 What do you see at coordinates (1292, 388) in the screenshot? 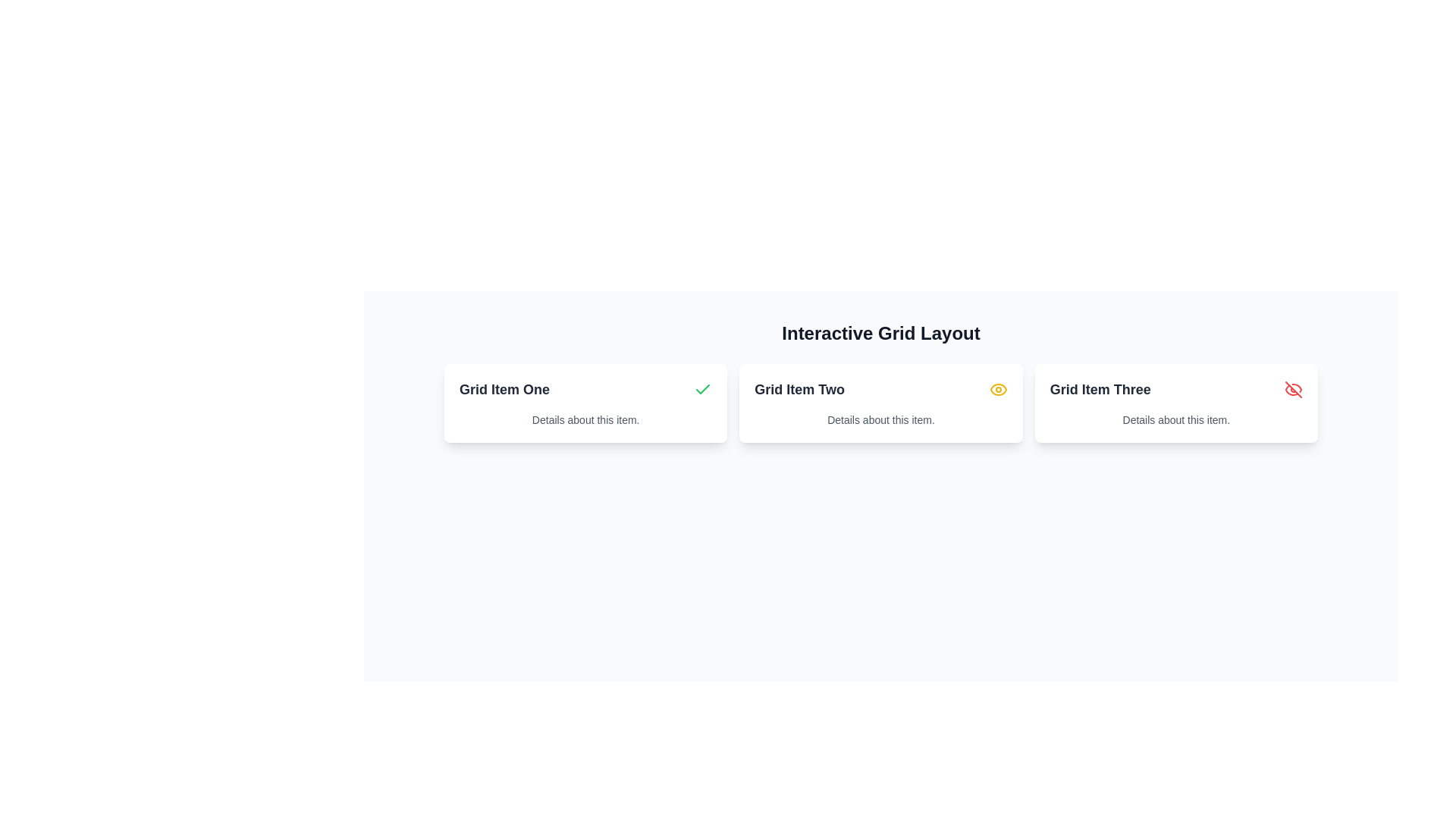
I see `the status represented by the red 'eye-off' icon with a line crossing through it, located at the top-right corner of 'Grid Item Three'` at bounding box center [1292, 388].